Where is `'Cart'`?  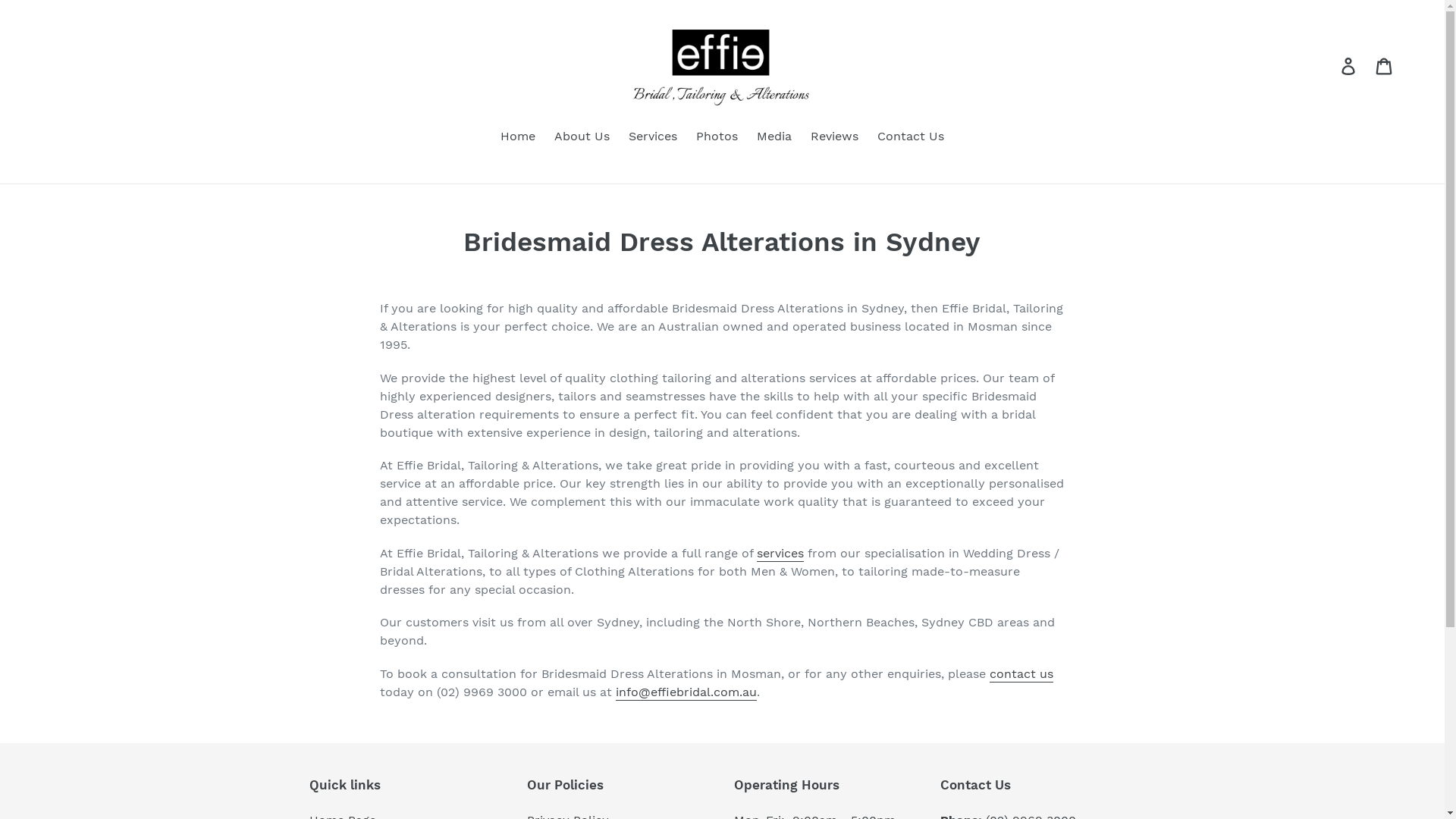
'Cart' is located at coordinates (1385, 64).